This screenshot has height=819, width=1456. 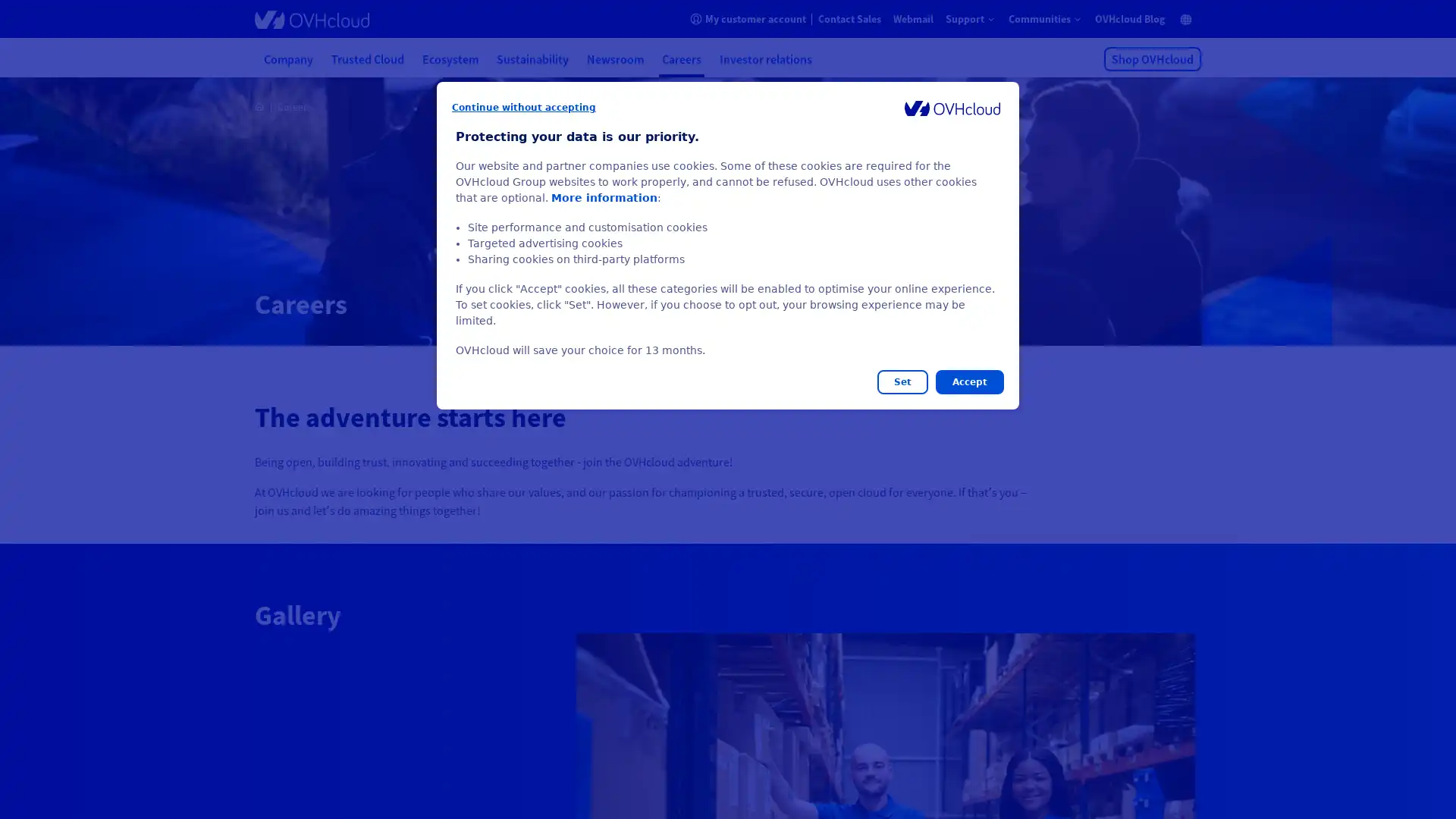 What do you see at coordinates (524, 107) in the screenshot?
I see `Continue without accepting` at bounding box center [524, 107].